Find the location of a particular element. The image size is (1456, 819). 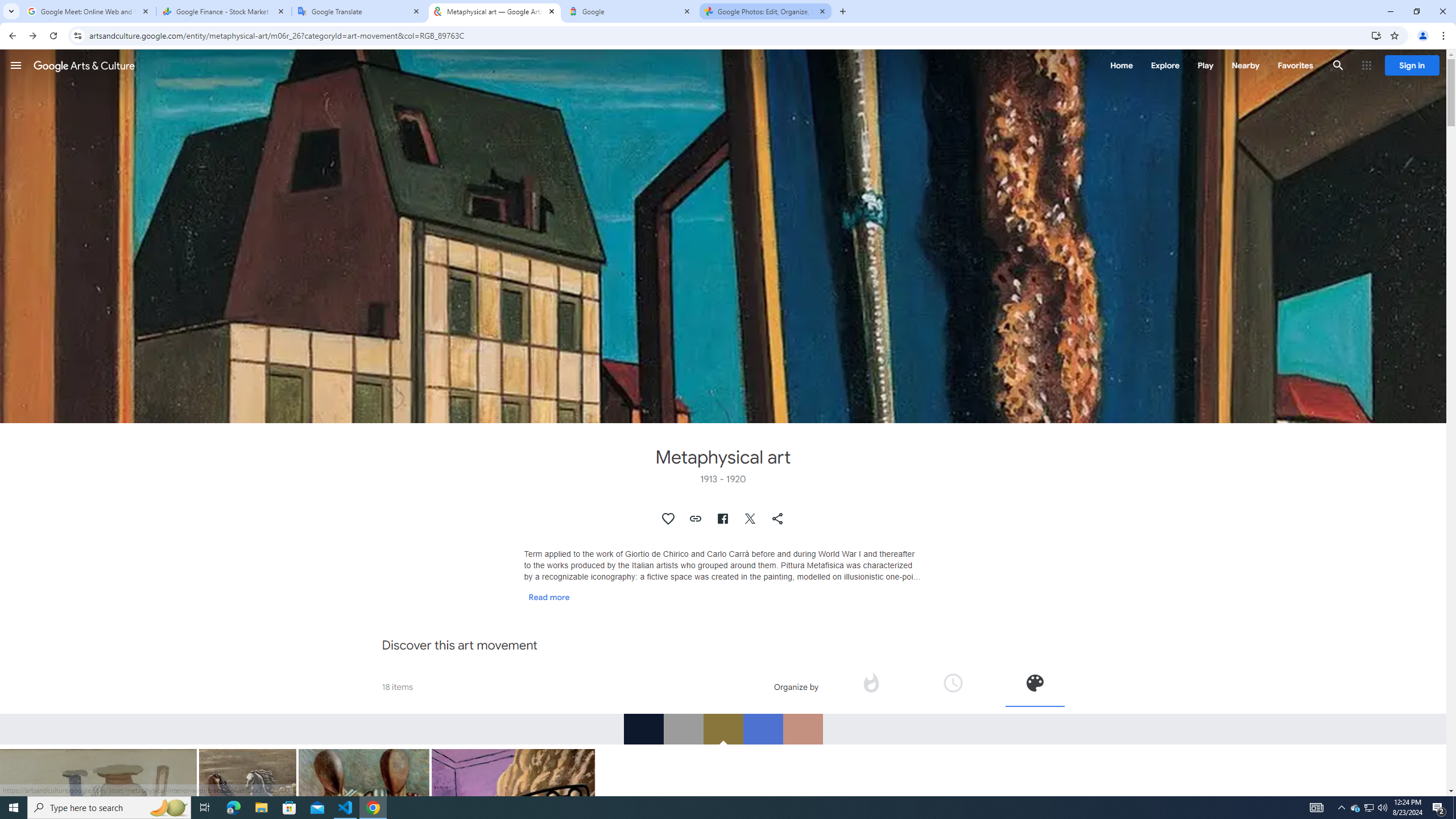

'Organize by popularity' is located at coordinates (871, 686).